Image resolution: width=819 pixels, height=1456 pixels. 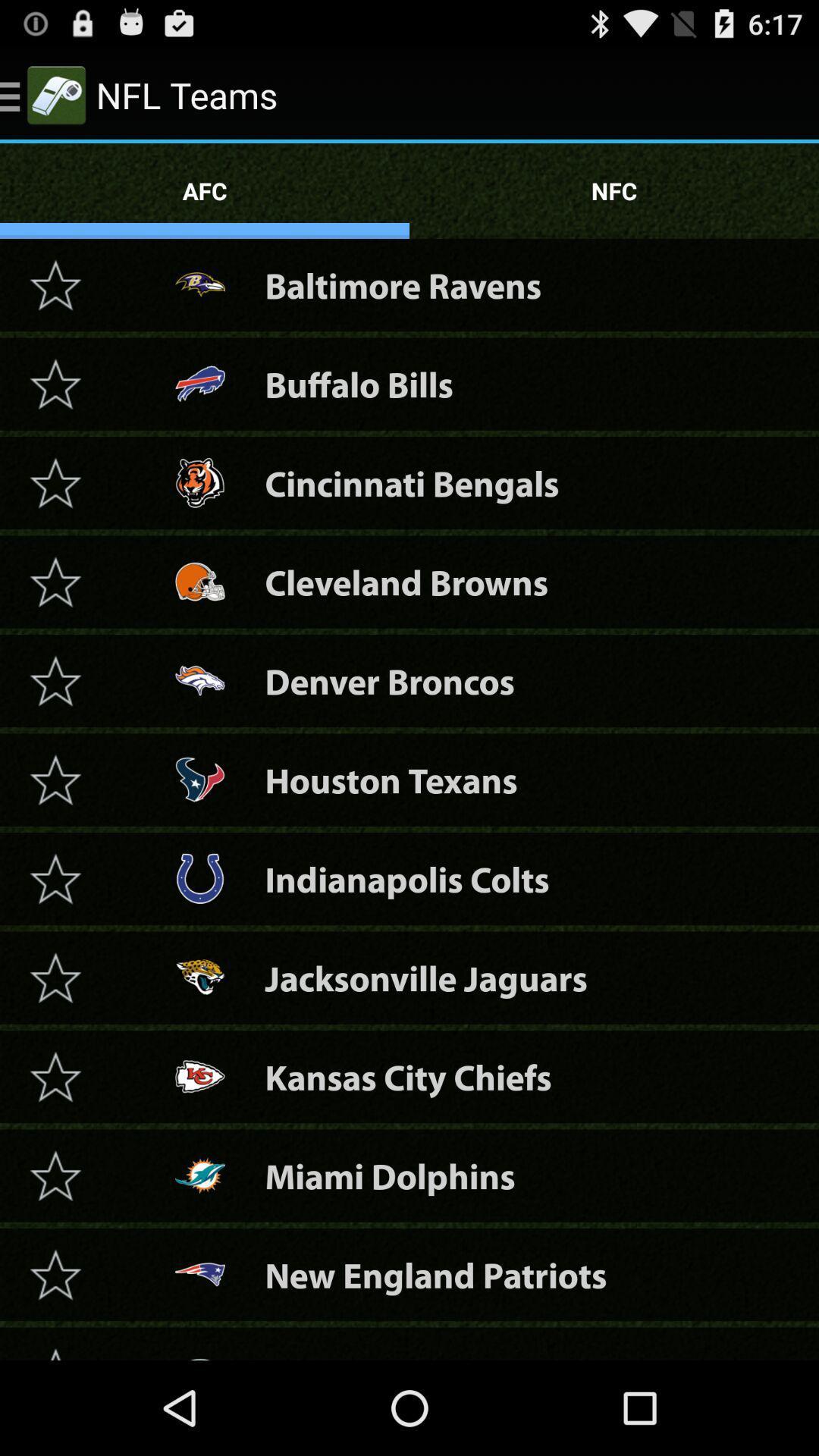 What do you see at coordinates (614, 190) in the screenshot?
I see `the item next to afc item` at bounding box center [614, 190].